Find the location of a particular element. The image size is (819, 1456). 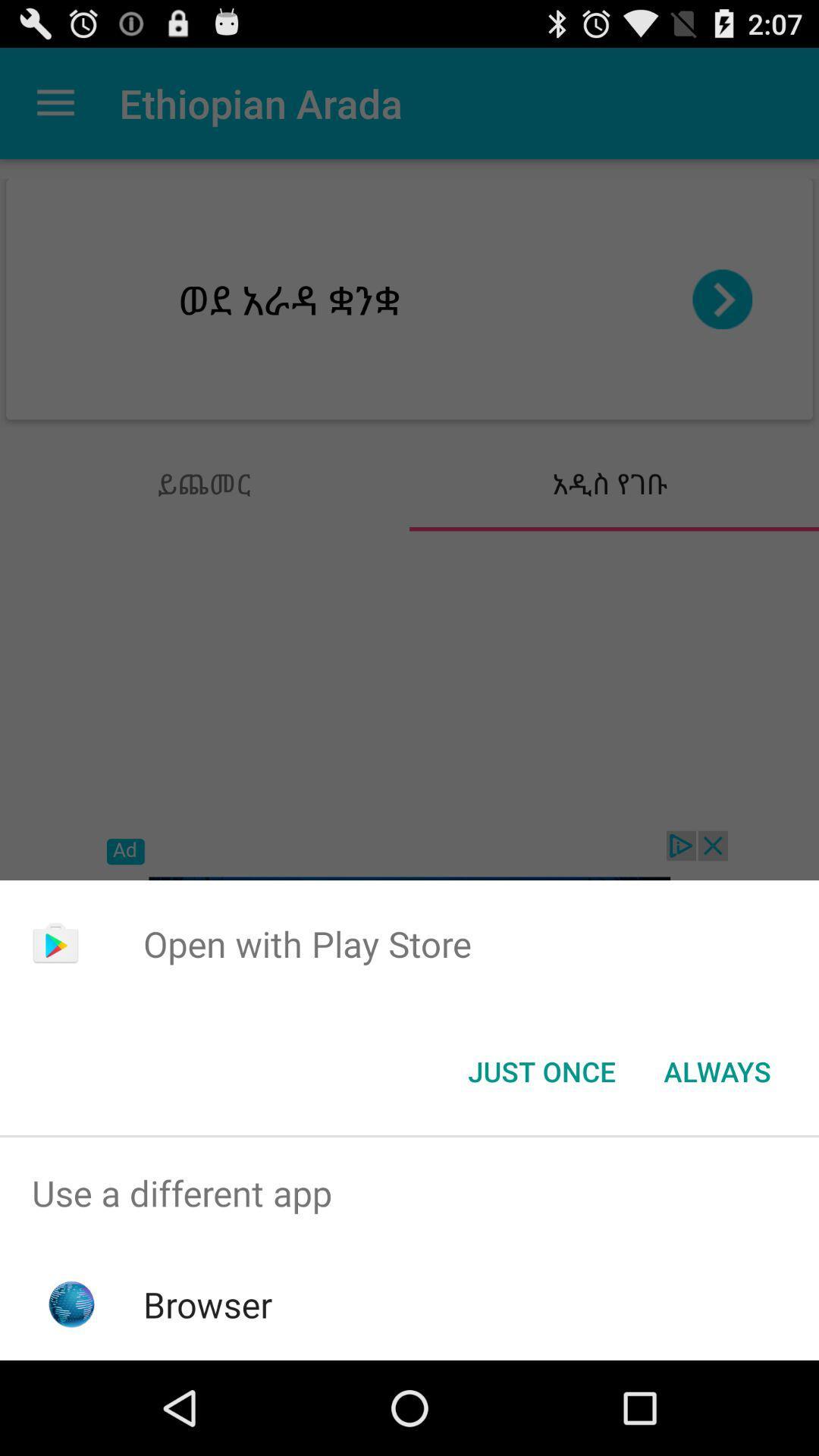

always item is located at coordinates (717, 1070).